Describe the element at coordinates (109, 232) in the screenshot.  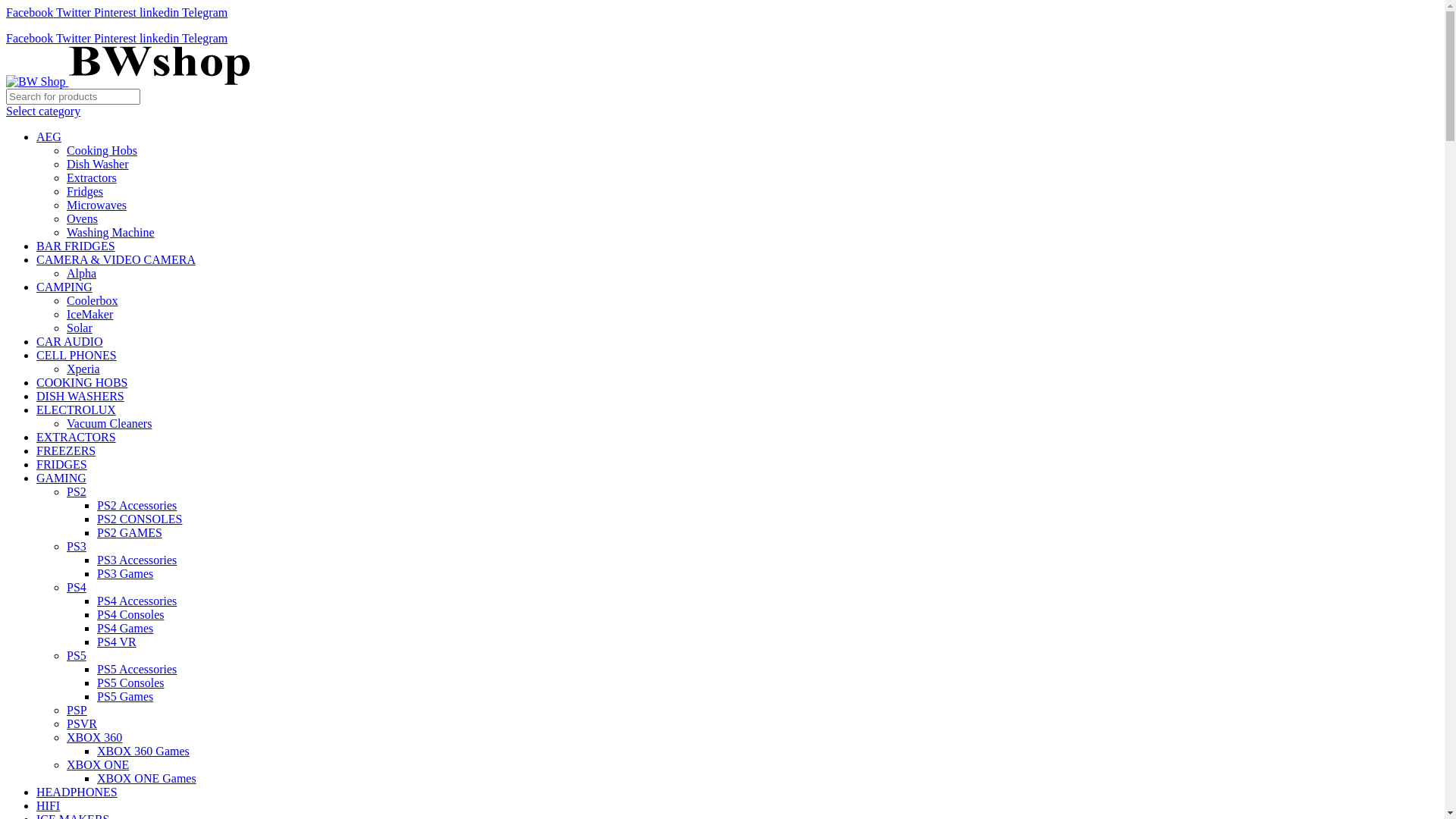
I see `'Washing Machine'` at that location.